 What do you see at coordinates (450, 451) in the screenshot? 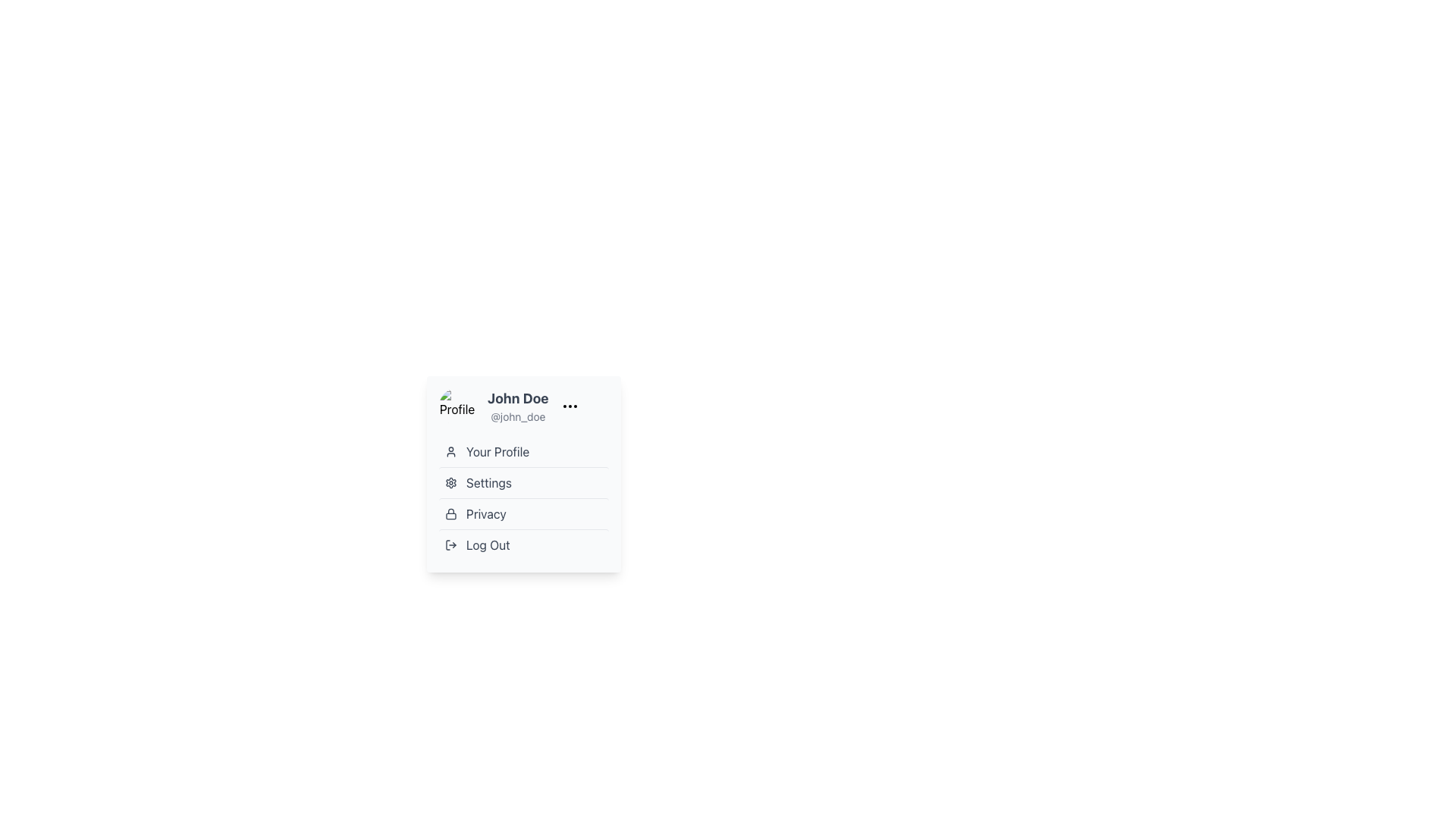
I see `the 'Your Profile' icon, which is a visual representation located in the top-left portion of the corresponding menu item, aiding user navigation` at bounding box center [450, 451].